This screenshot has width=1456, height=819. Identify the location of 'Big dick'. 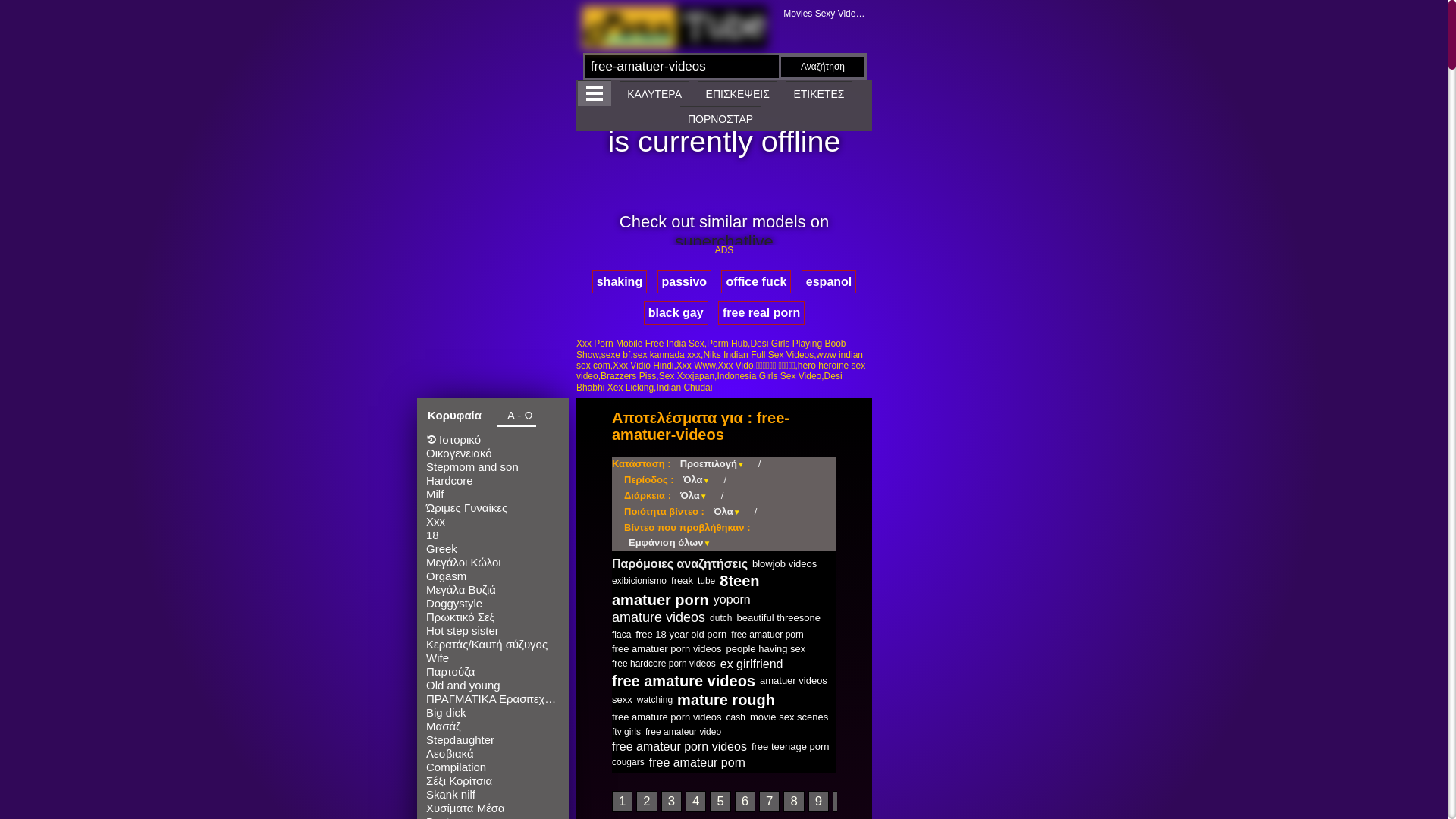
(492, 713).